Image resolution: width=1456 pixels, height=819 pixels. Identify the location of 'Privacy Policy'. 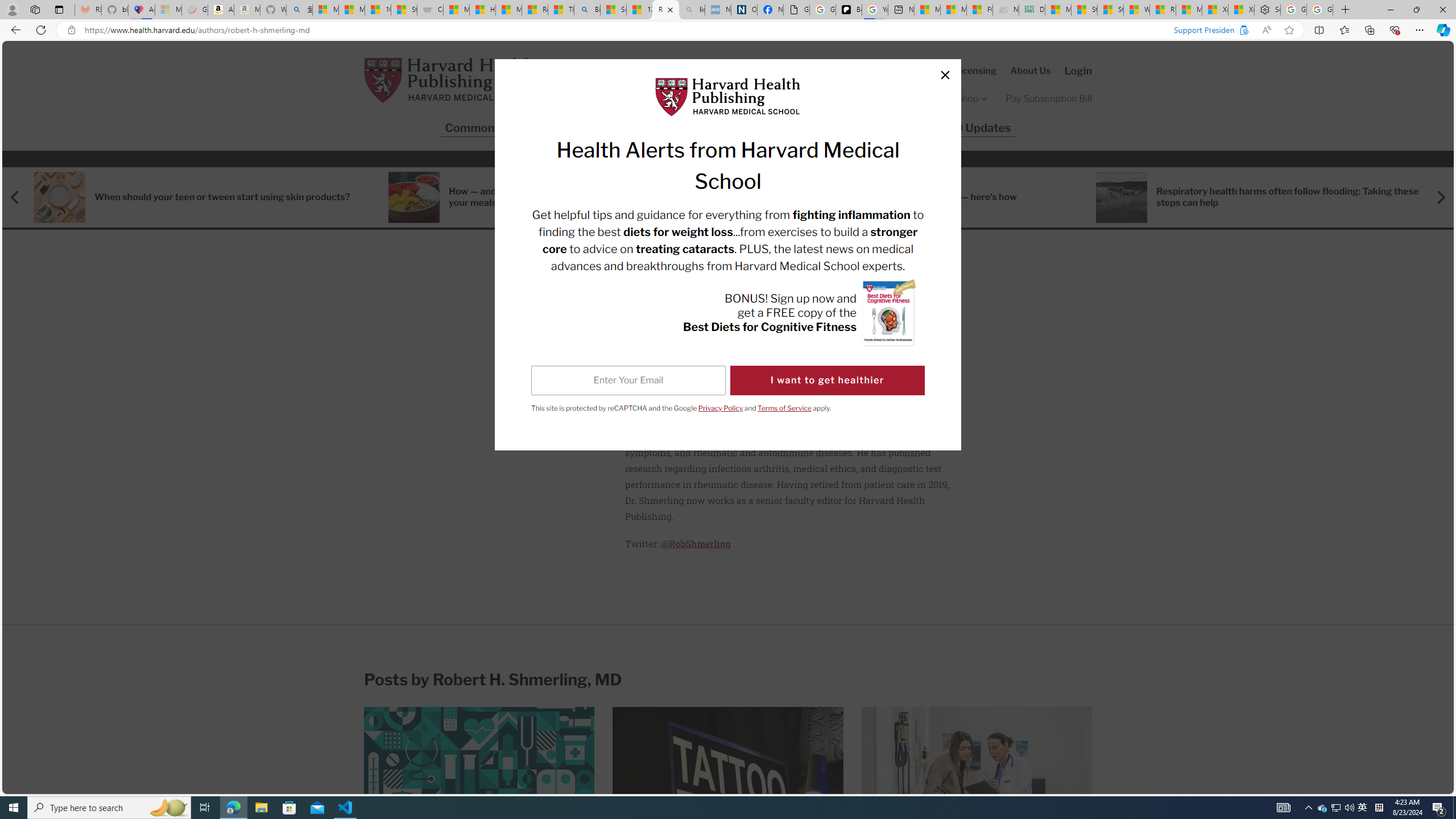
(721, 407).